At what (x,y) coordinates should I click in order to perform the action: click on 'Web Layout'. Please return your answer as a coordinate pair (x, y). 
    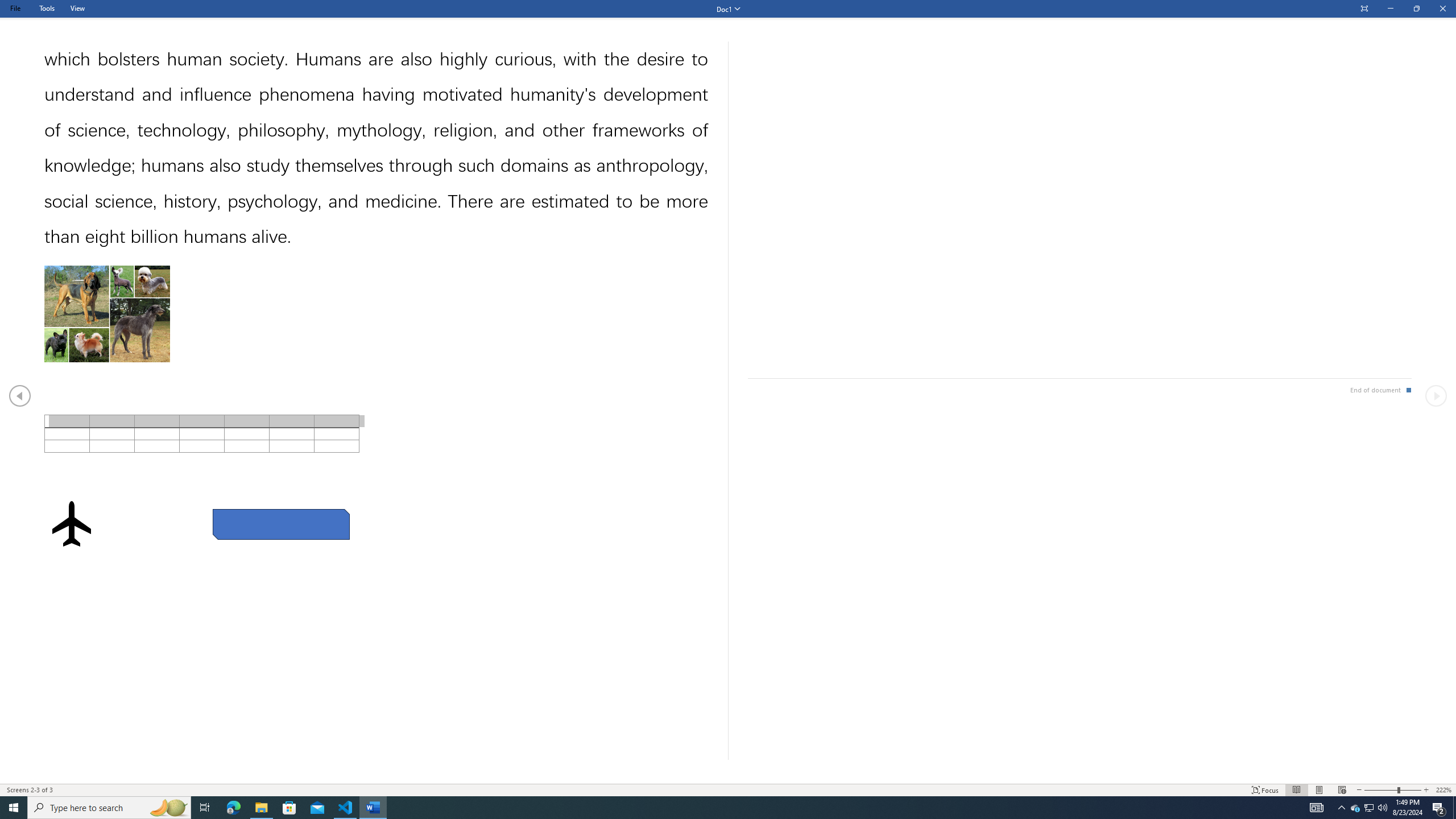
    Looking at the image, I should click on (1342, 790).